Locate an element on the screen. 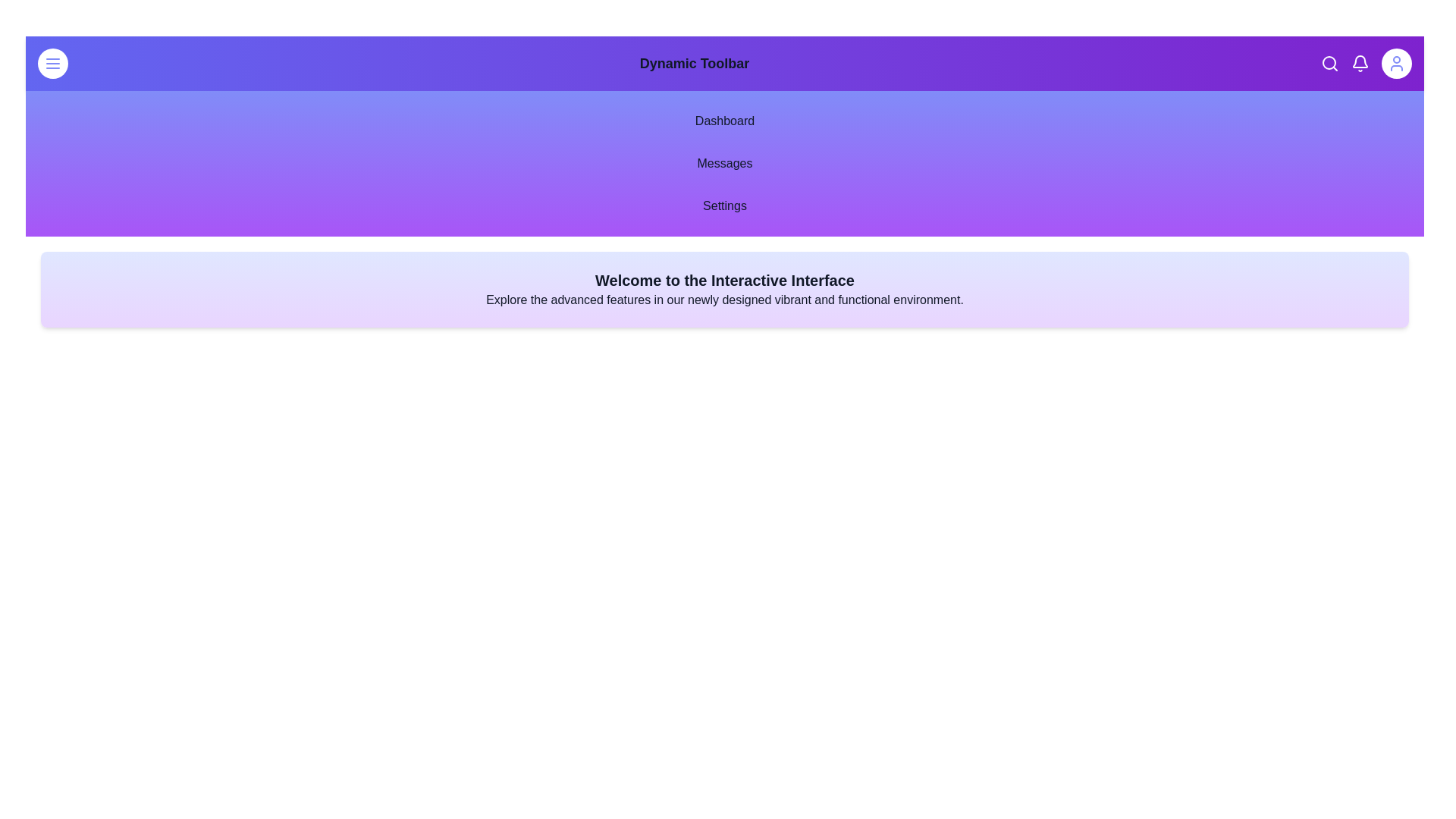  the user icon to toggle the theme between light and dark is located at coordinates (1396, 63).